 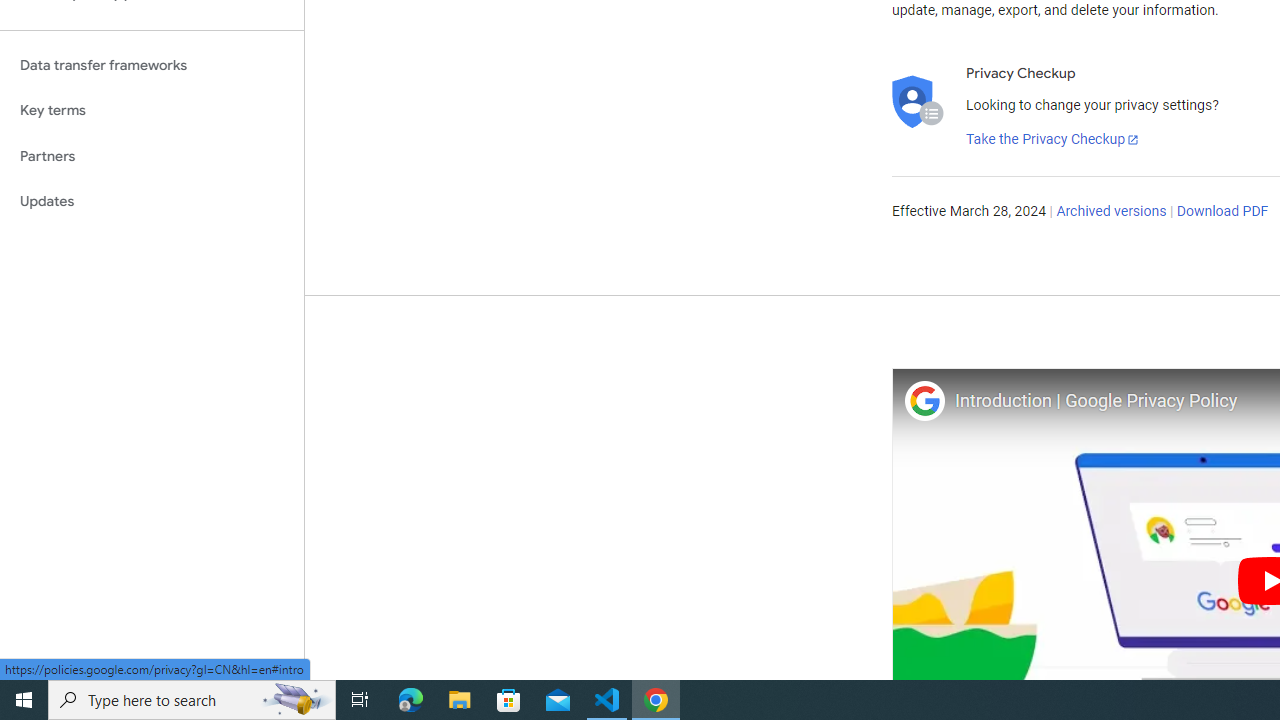 What do you see at coordinates (151, 110) in the screenshot?
I see `'Key terms'` at bounding box center [151, 110].